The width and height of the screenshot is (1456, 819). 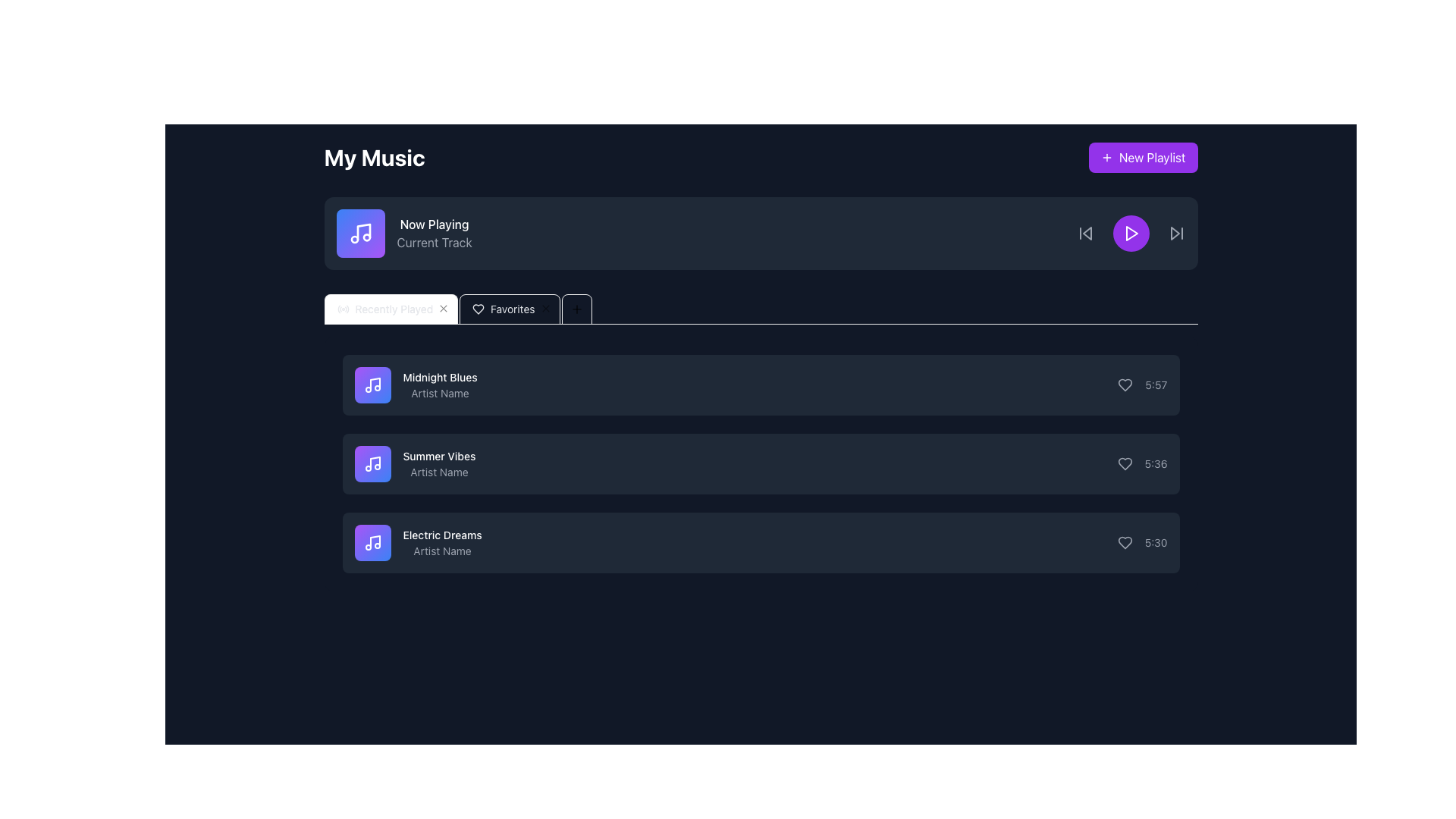 What do you see at coordinates (443, 308) in the screenshot?
I see `the close icon, represented as an 'X' symbol, located near the top center of the list filter bar, directly to the right of the 'Recently Played' or 'Favorites' tabs` at bounding box center [443, 308].